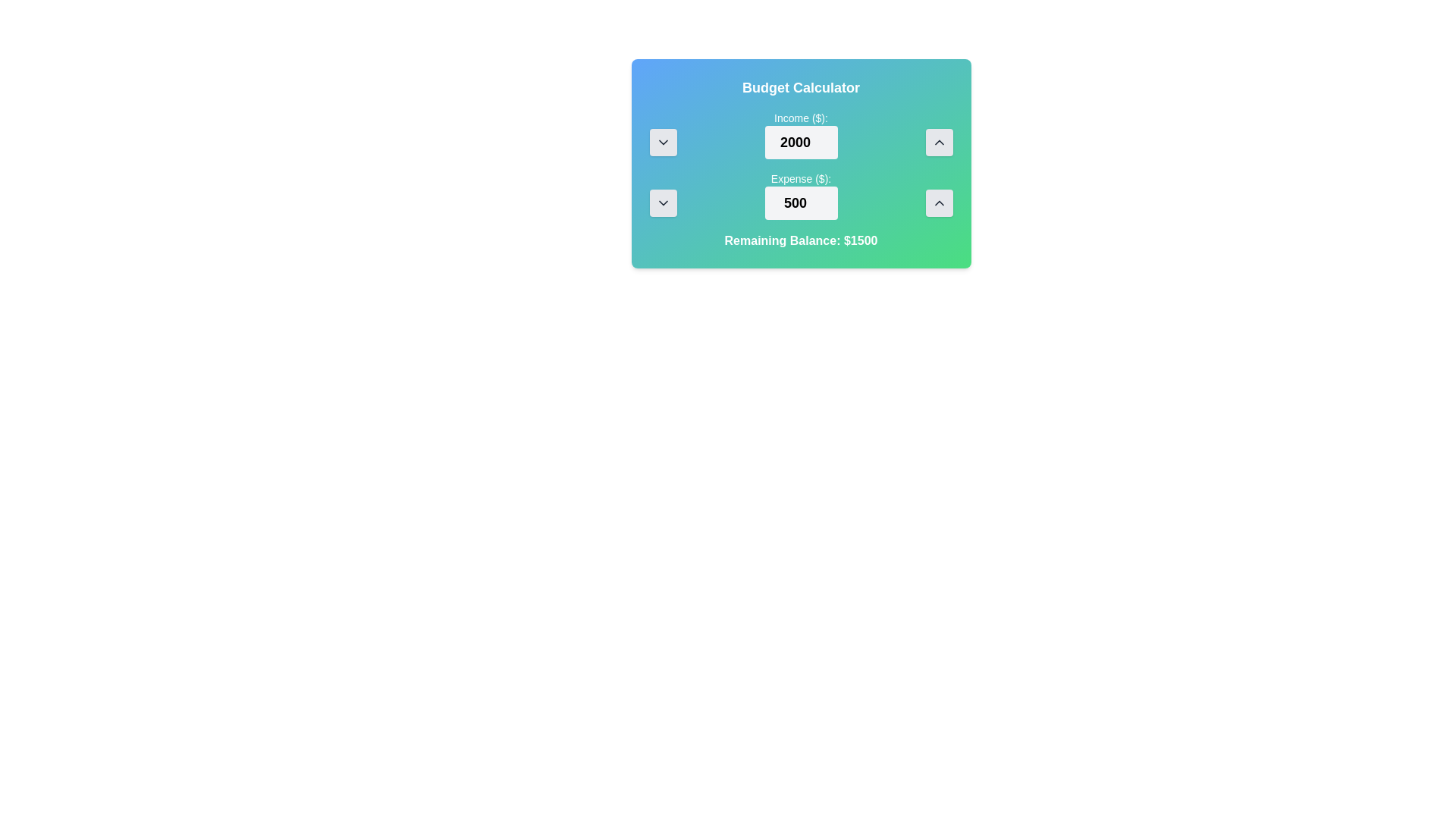  What do you see at coordinates (663, 143) in the screenshot?
I see `the downward chevron icon within the 'Budget Calculator' button` at bounding box center [663, 143].